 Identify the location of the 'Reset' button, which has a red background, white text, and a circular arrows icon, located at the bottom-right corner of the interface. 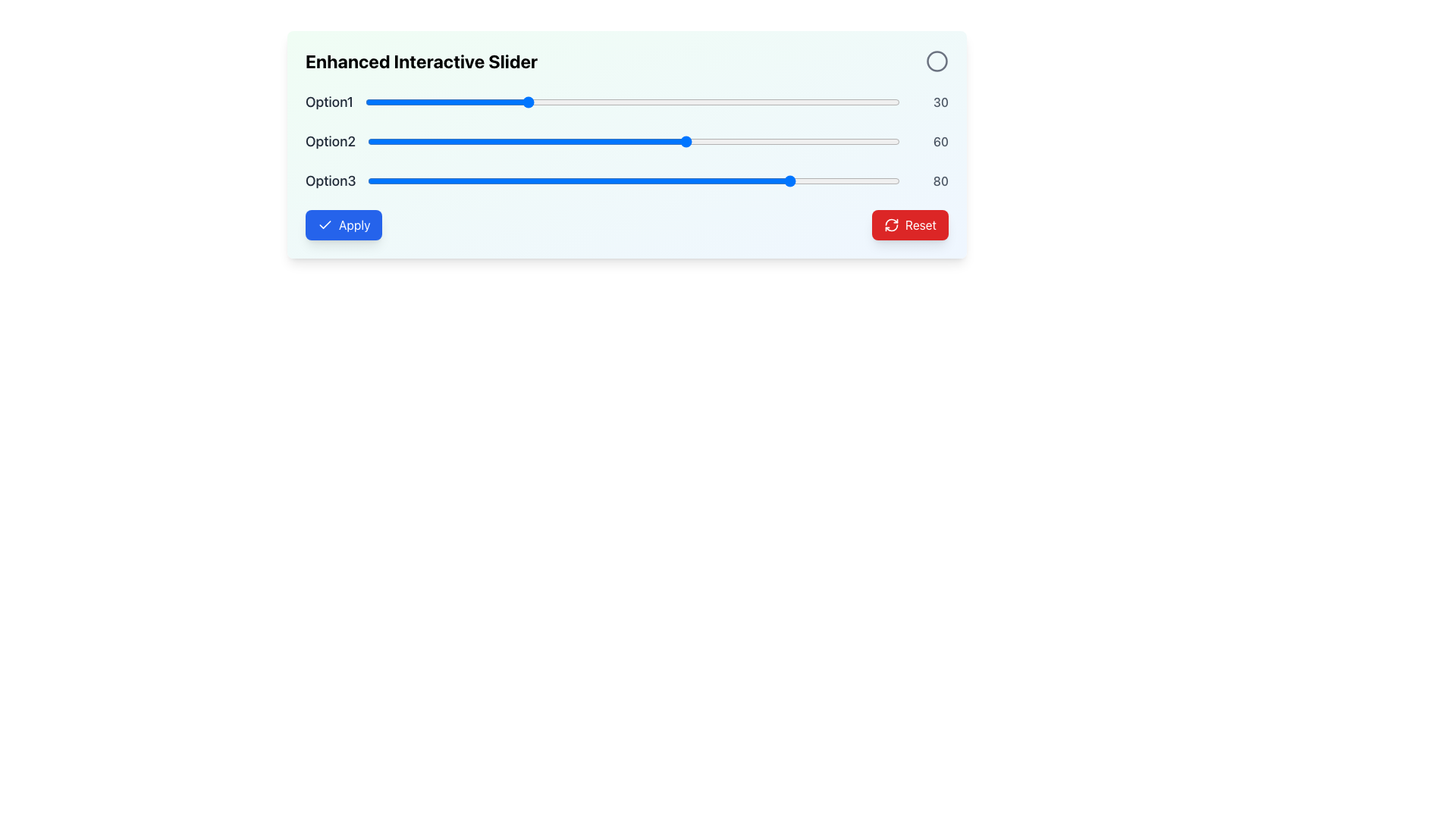
(910, 225).